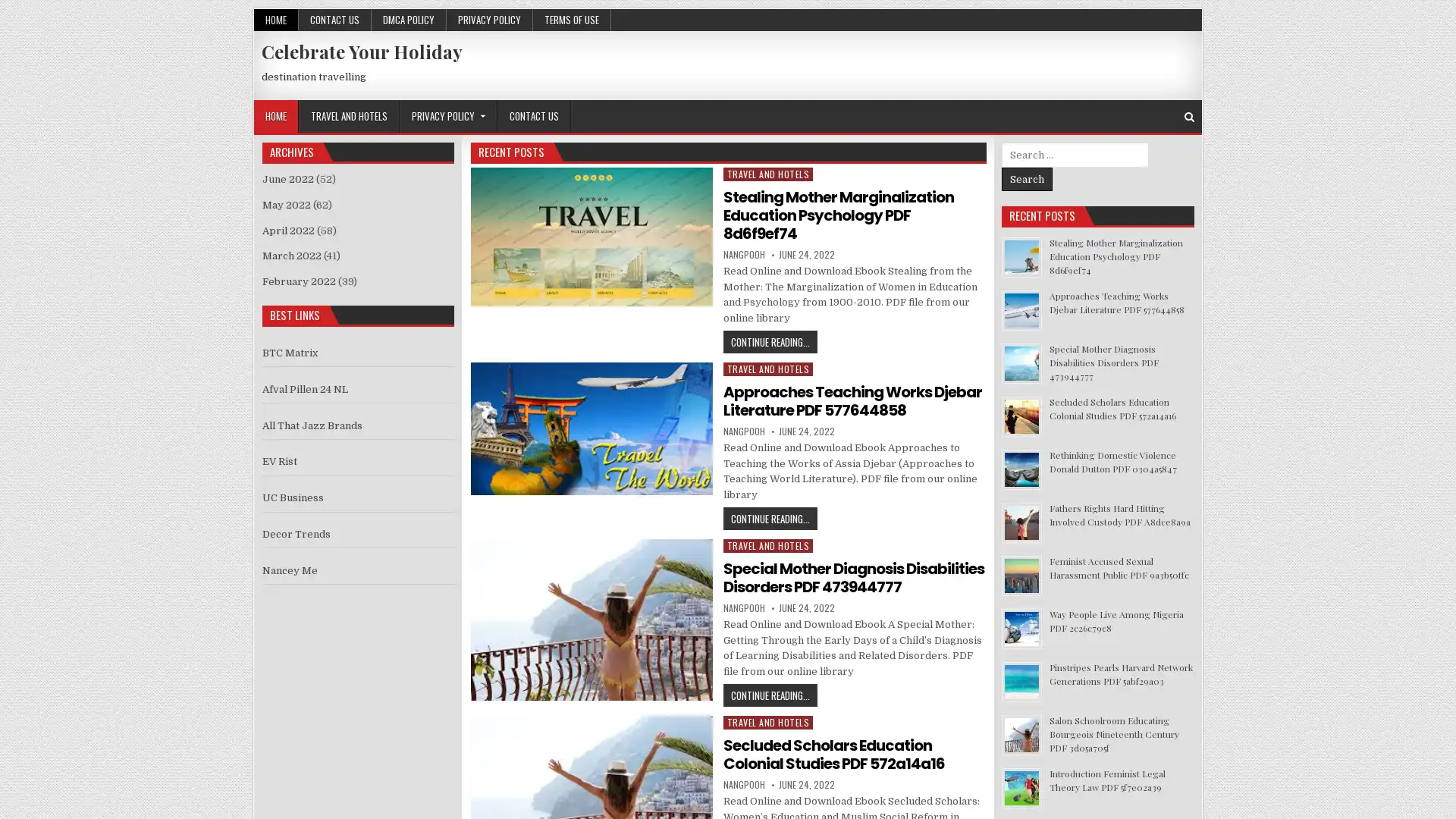 This screenshot has height=819, width=1456. I want to click on Search, so click(1027, 178).